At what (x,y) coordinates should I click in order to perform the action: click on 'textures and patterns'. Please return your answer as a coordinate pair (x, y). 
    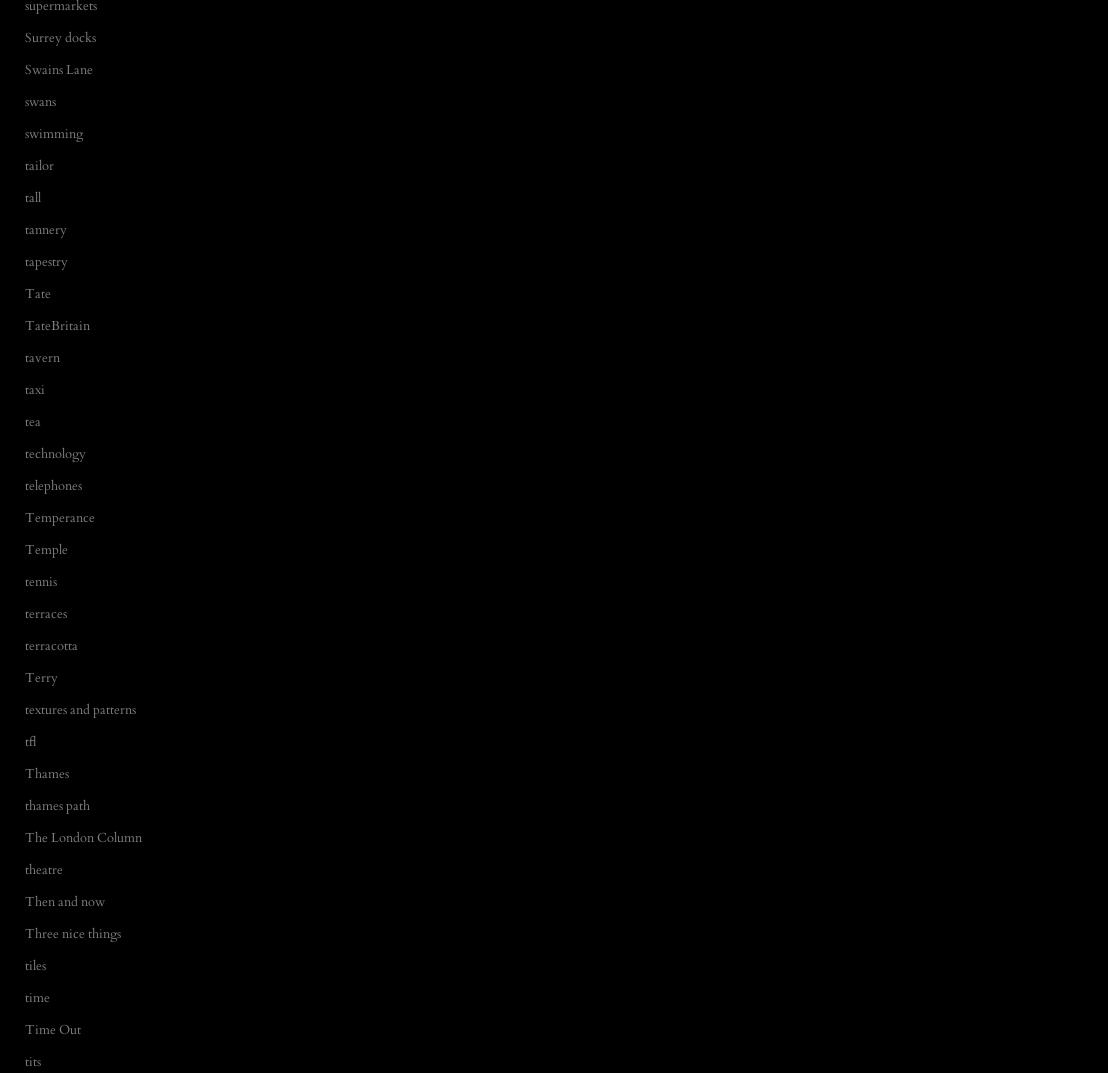
    Looking at the image, I should click on (79, 709).